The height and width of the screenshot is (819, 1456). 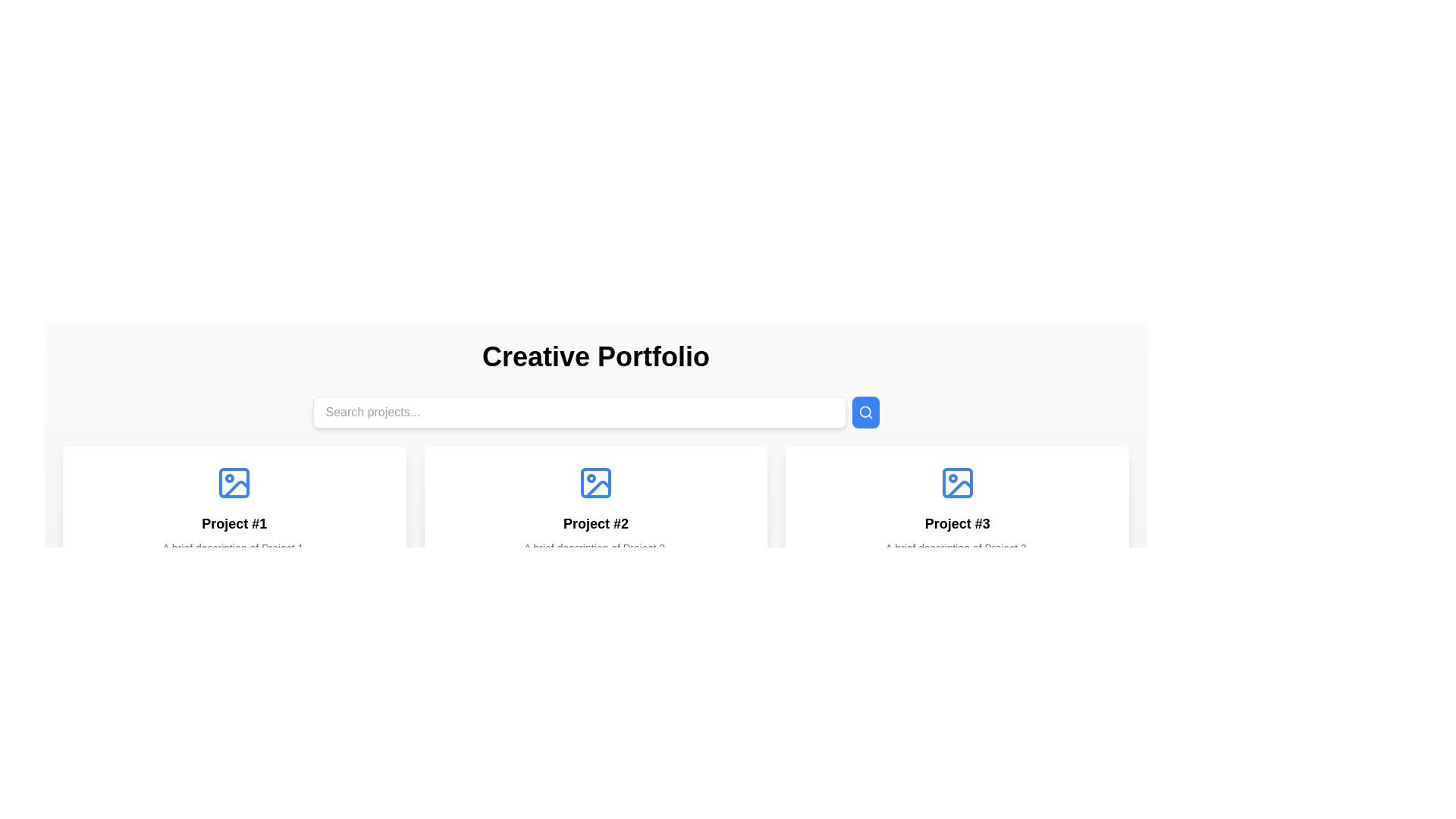 I want to click on the blue icon resembling an image placeholder located at the top of the 'Project #1' card, so click(x=234, y=482).